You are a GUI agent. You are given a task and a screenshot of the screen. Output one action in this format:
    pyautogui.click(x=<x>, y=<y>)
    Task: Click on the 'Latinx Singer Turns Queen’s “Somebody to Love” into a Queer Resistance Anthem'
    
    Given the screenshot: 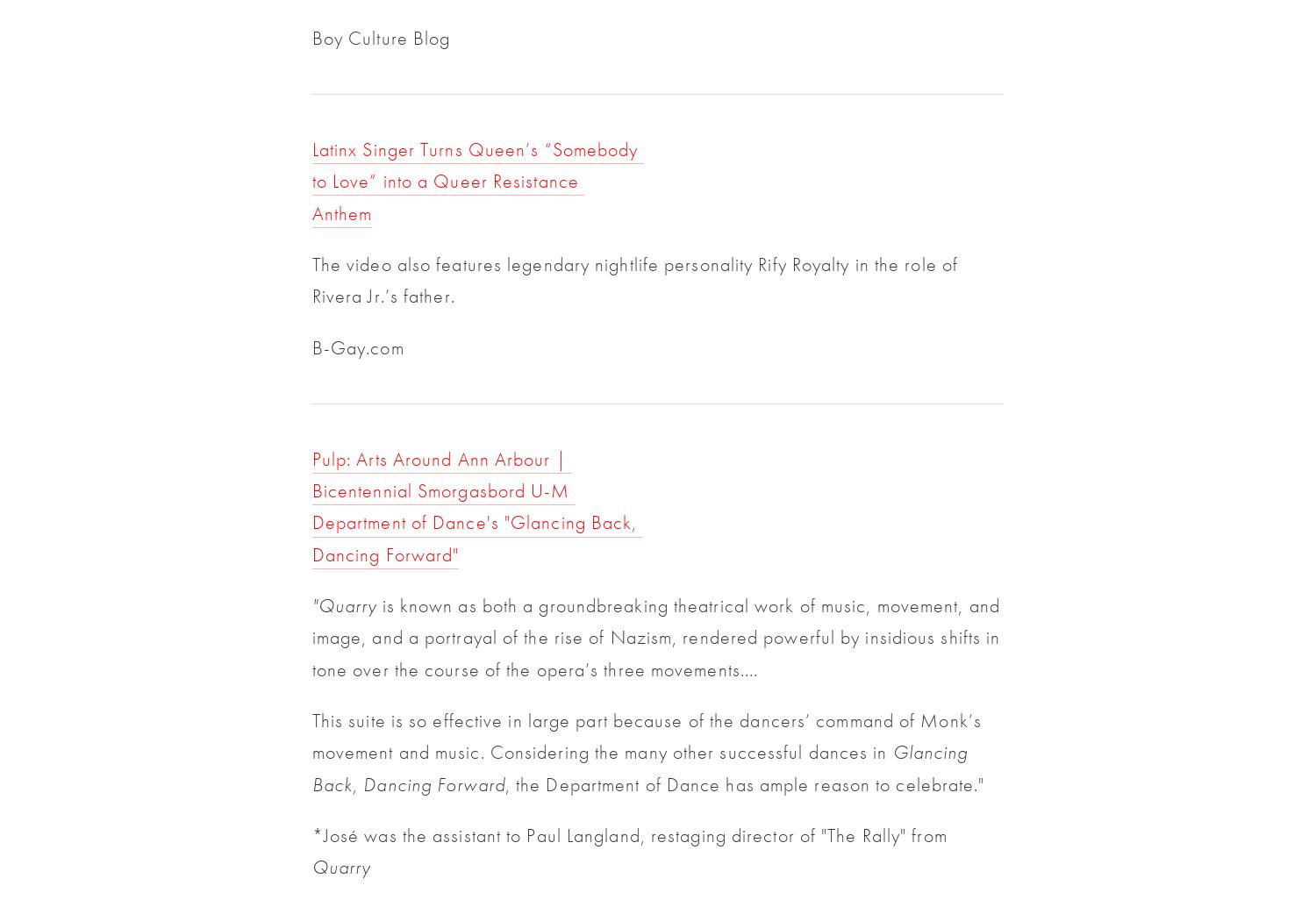 What is the action you would take?
    pyautogui.click(x=477, y=181)
    